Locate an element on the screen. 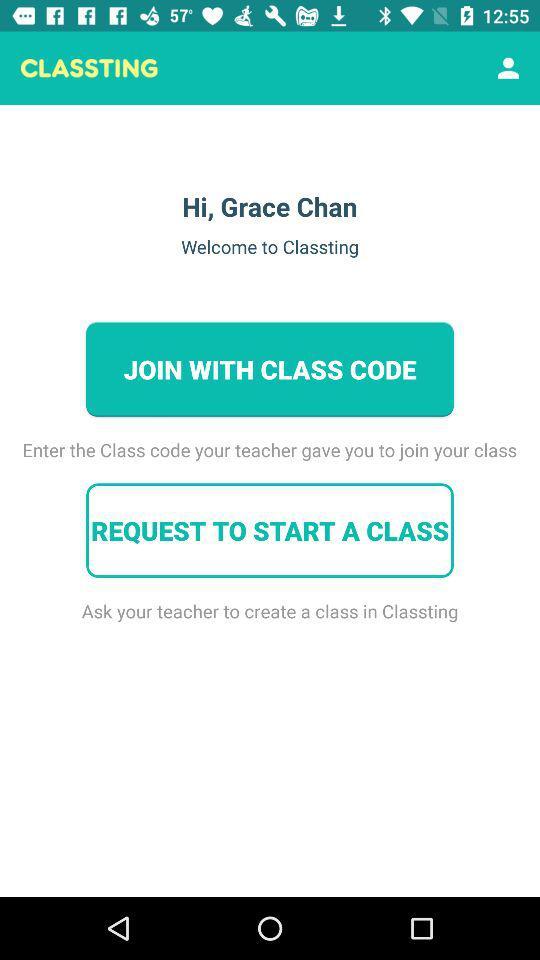  request to start icon is located at coordinates (270, 529).